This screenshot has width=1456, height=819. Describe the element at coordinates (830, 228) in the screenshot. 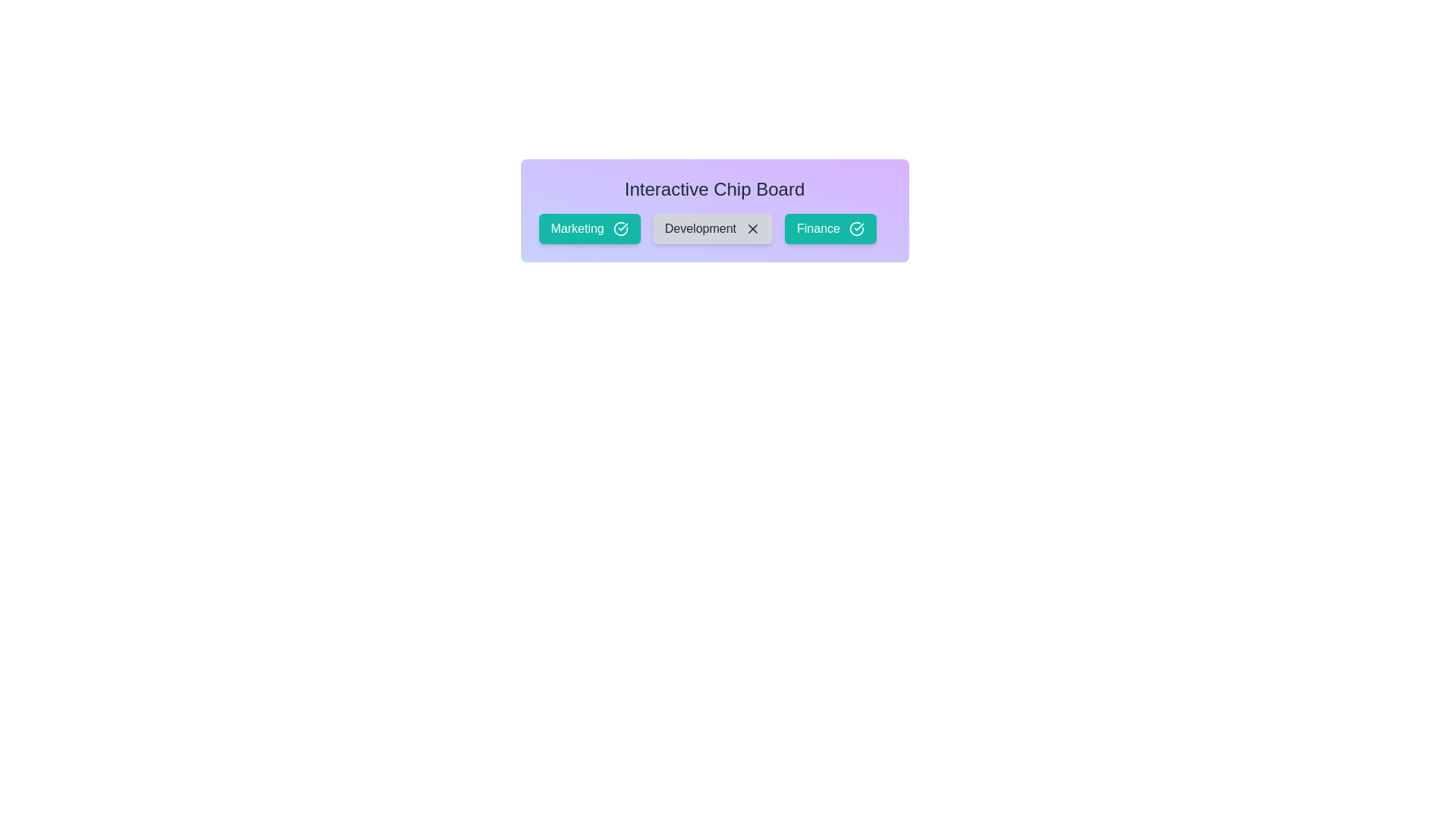

I see `the chip labeled Finance to observe its hover effect` at that location.